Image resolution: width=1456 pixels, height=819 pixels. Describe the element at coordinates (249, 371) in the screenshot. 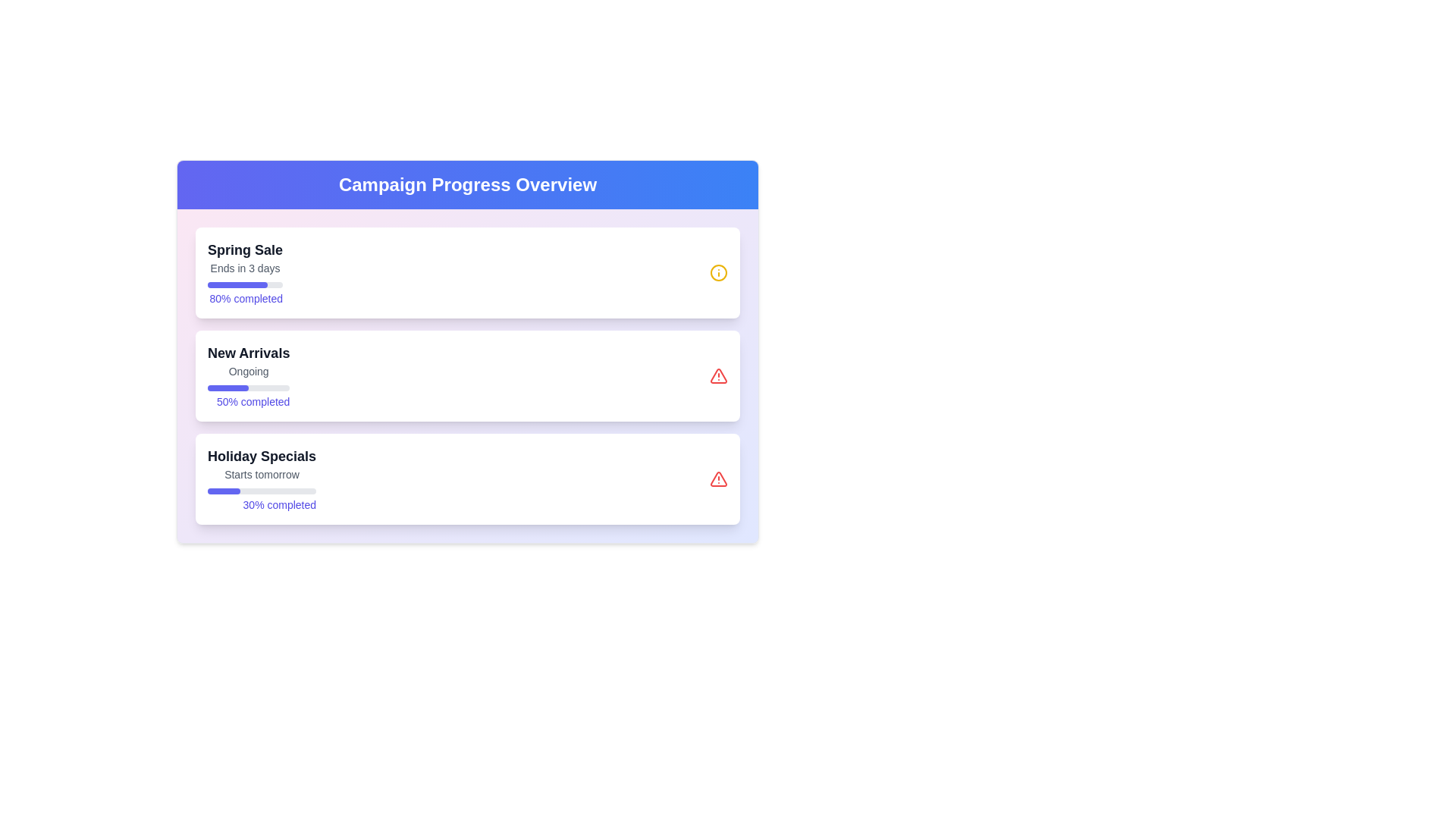

I see `the 'Ongoing' text label, which is a small gray font centrally aligned below the 'New Arrivals' heading` at that location.